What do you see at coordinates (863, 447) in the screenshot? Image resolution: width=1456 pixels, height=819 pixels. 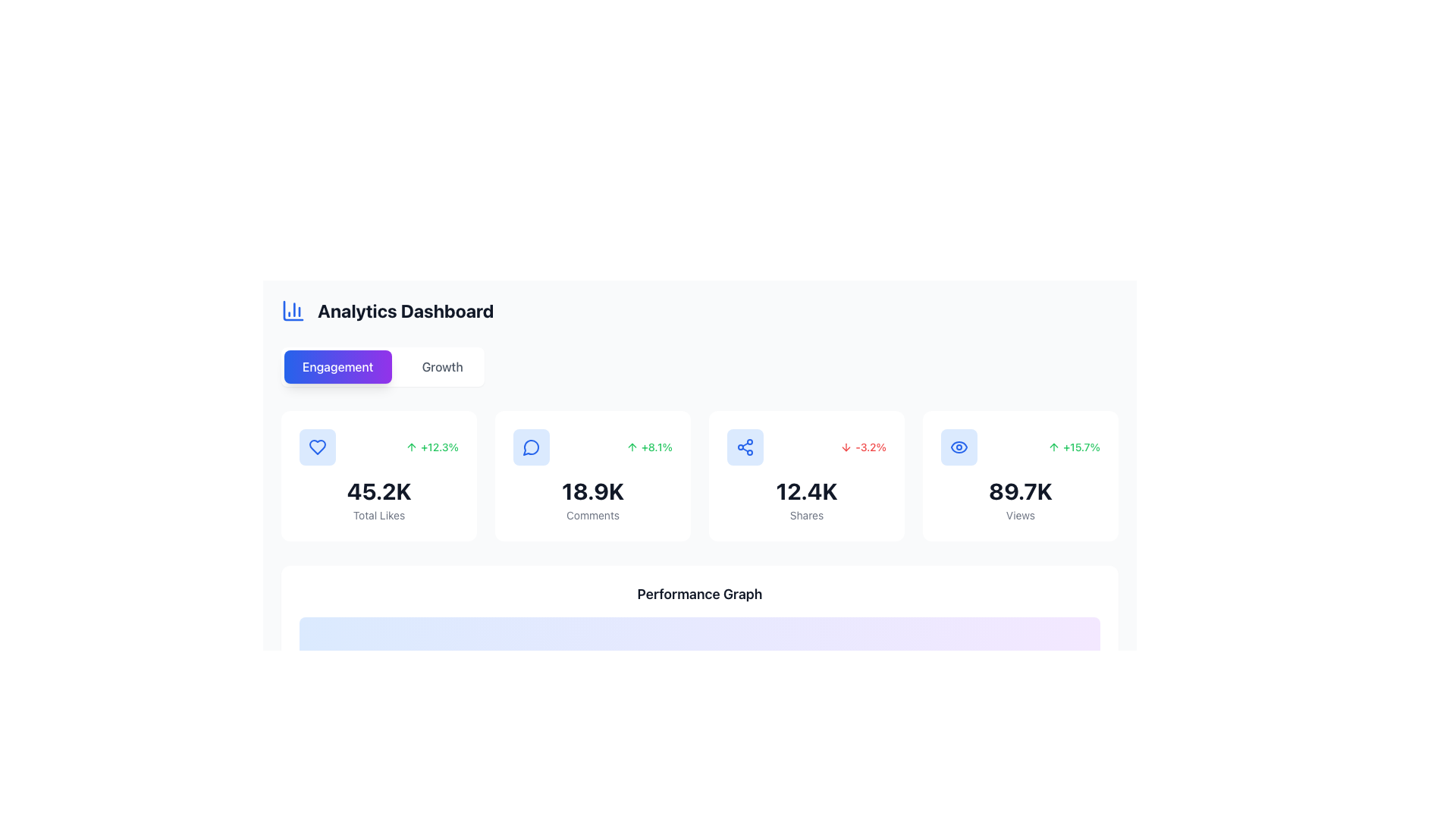 I see `value displayed in the Text label showing '-3.2%' in bold red font, which is located in the 'Shares' card beneath the corresponding icon` at bounding box center [863, 447].